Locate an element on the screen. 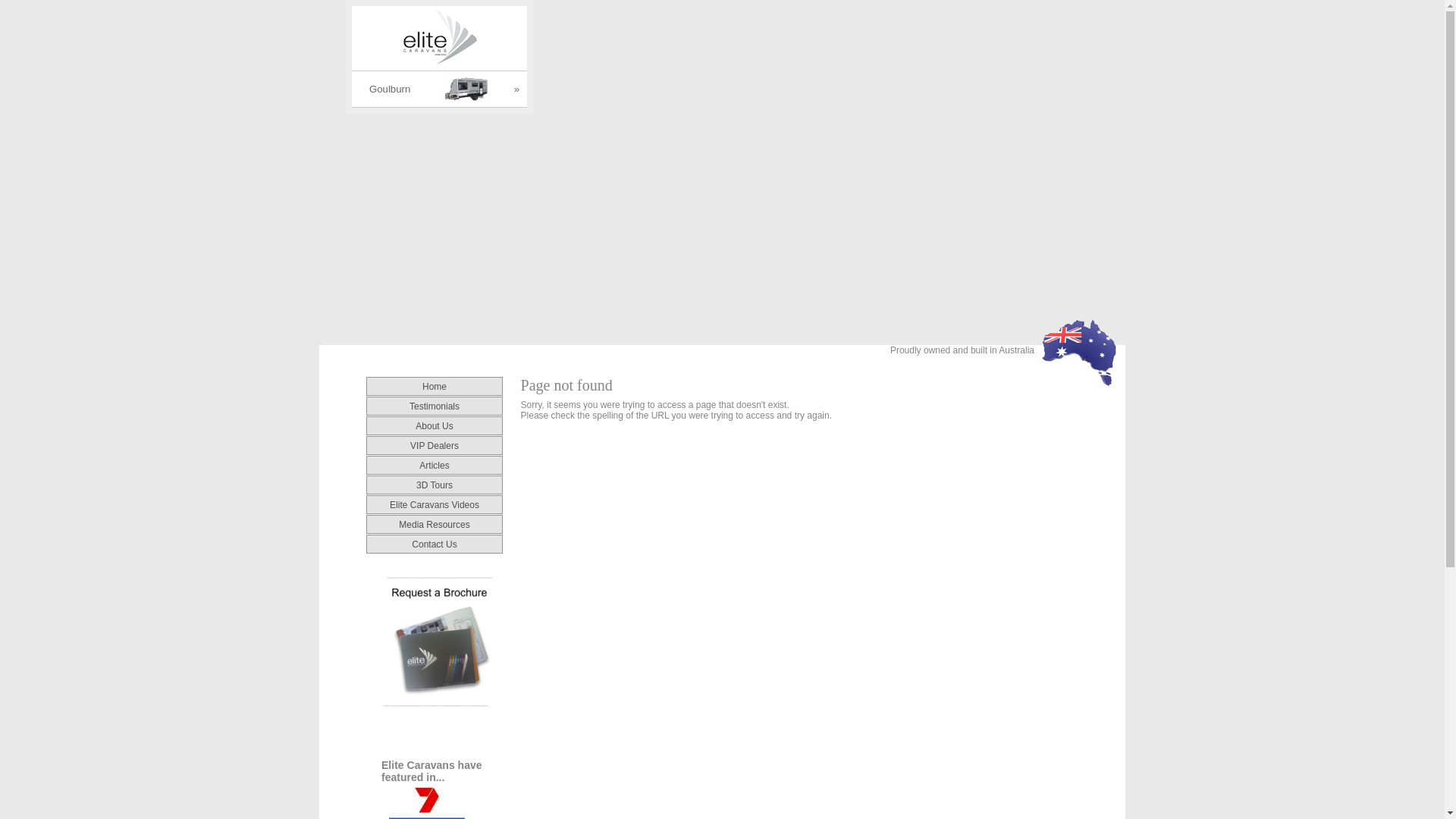 This screenshot has height=819, width=1456. 'About Us' is located at coordinates (415, 425).